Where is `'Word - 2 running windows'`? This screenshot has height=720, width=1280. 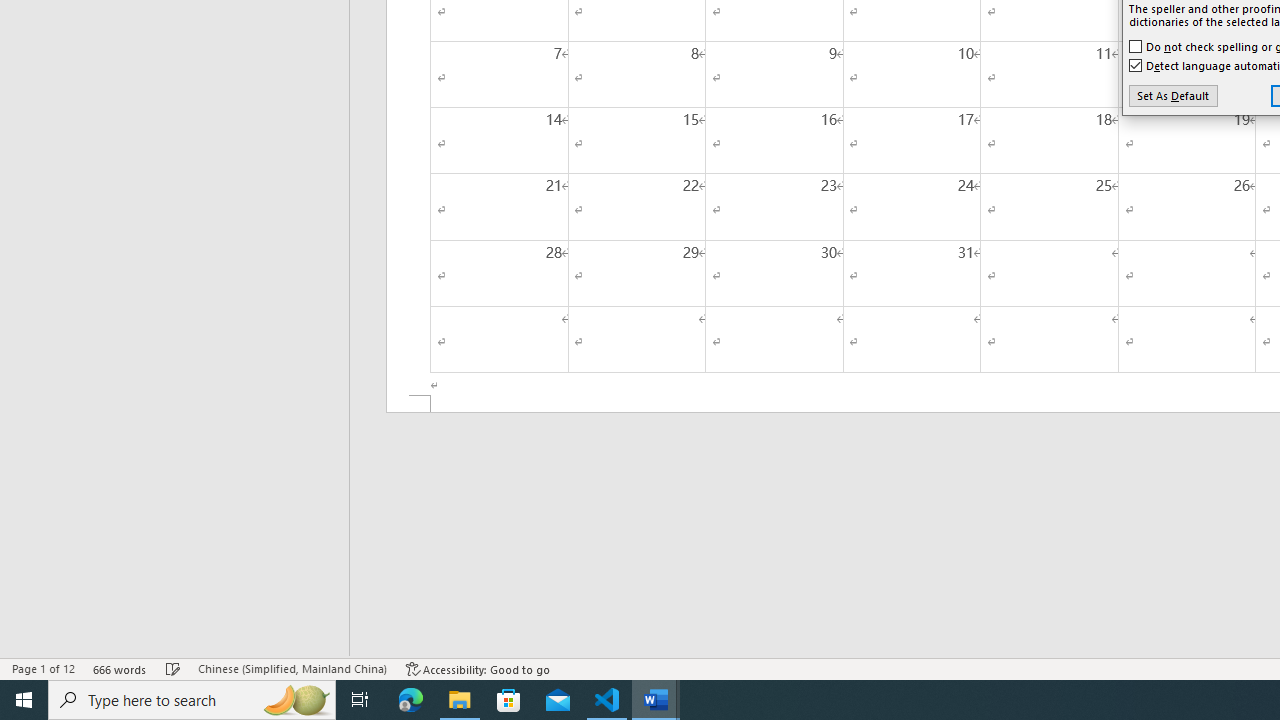 'Word - 2 running windows' is located at coordinates (656, 698).